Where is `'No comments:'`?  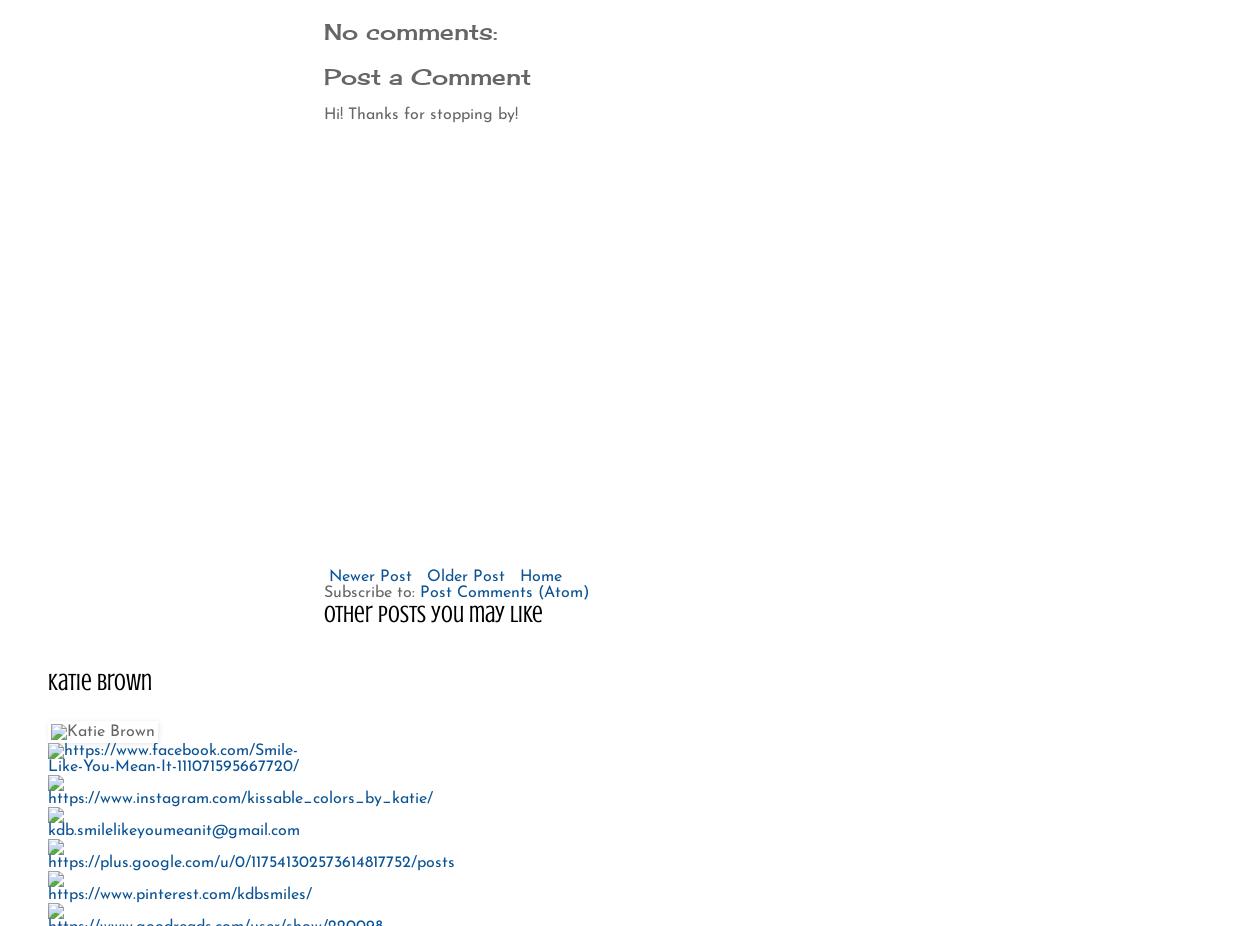 'No comments:' is located at coordinates (409, 30).